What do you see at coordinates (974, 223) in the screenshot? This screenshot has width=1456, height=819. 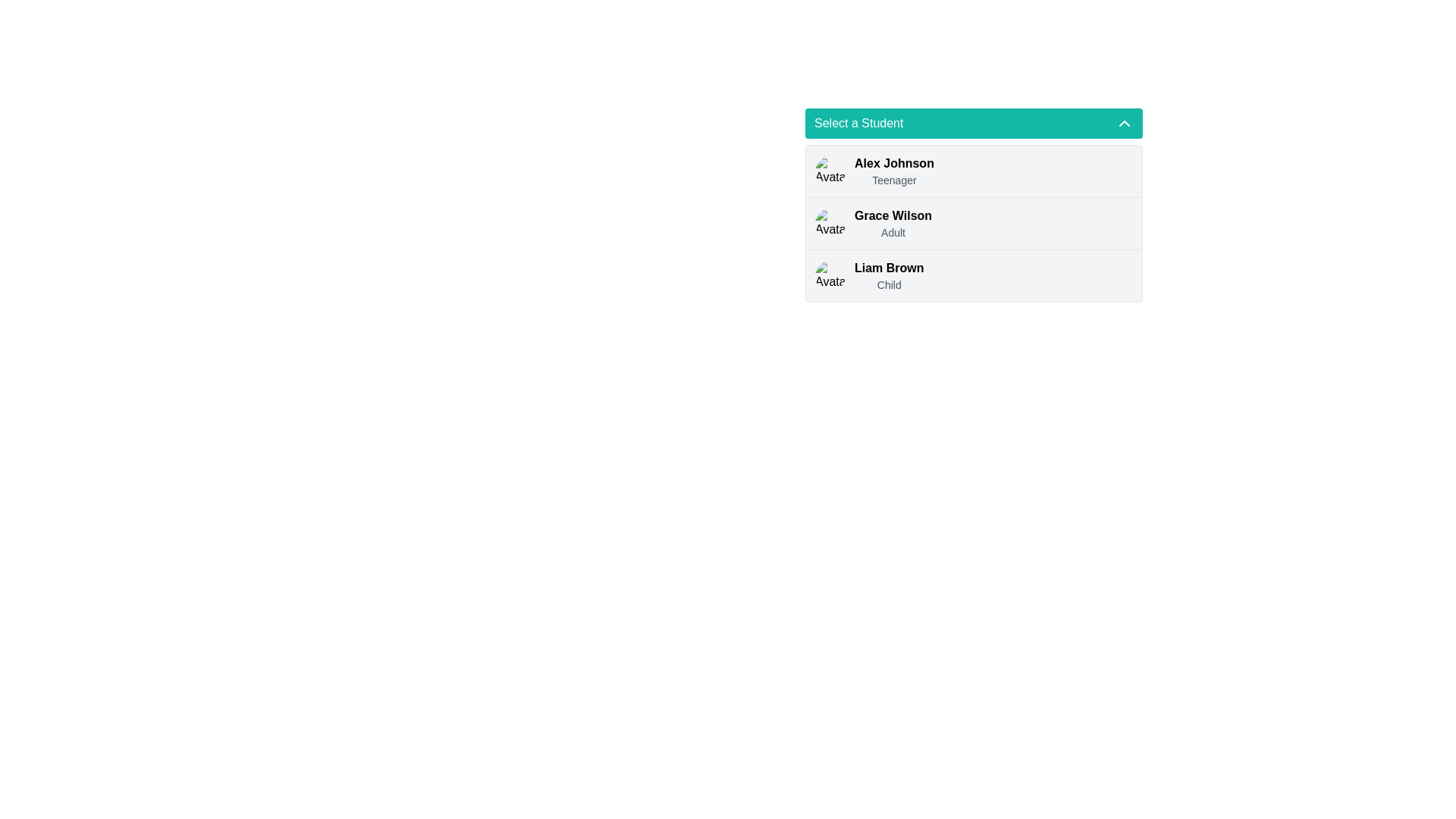 I see `the list item displaying 'Grace Wilson' with an avatar` at bounding box center [974, 223].